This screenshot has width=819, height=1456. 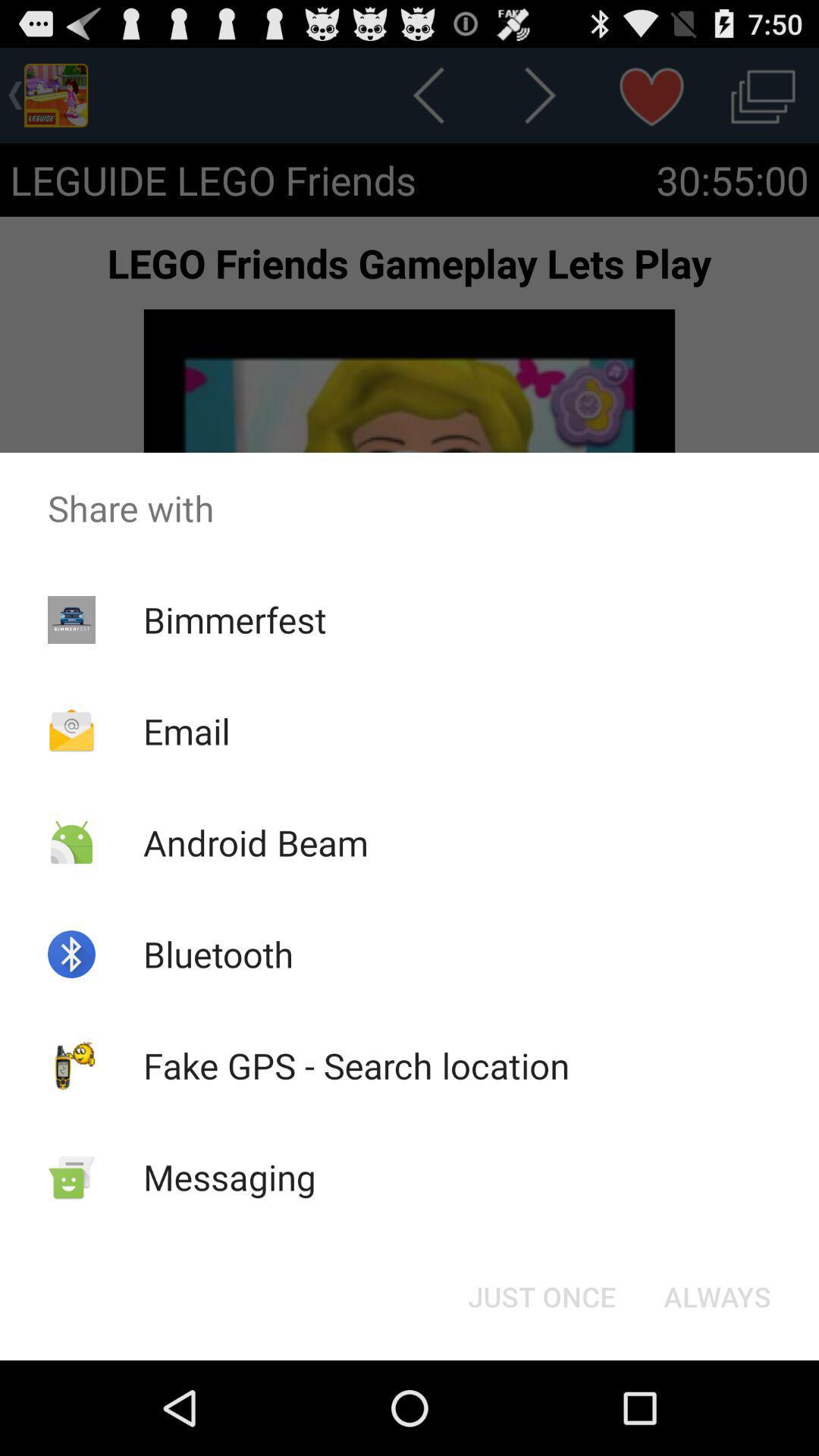 What do you see at coordinates (255, 842) in the screenshot?
I see `the app above the bluetooth` at bounding box center [255, 842].